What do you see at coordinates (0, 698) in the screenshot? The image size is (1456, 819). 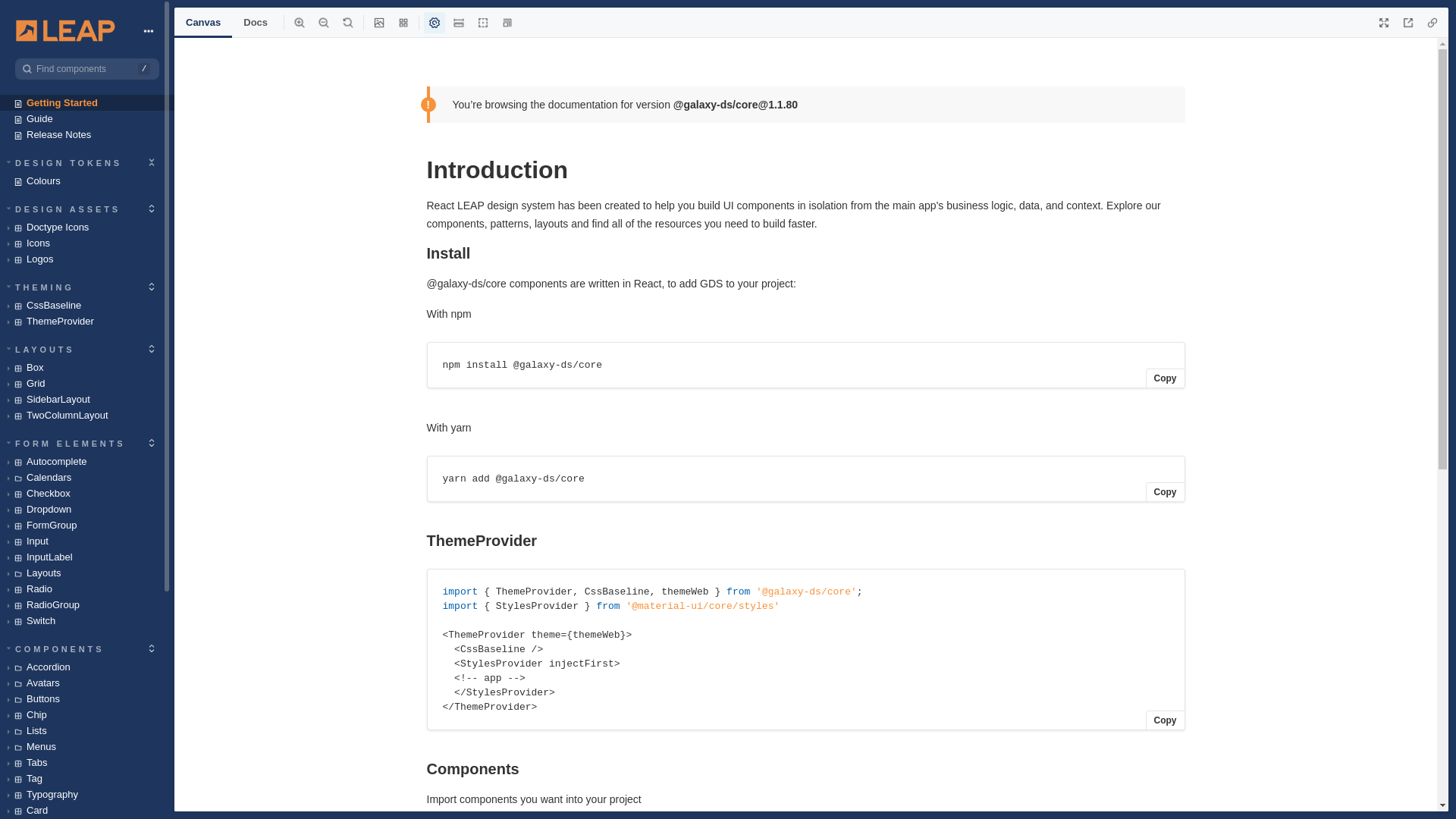 I see `'Buttons'` at bounding box center [0, 698].